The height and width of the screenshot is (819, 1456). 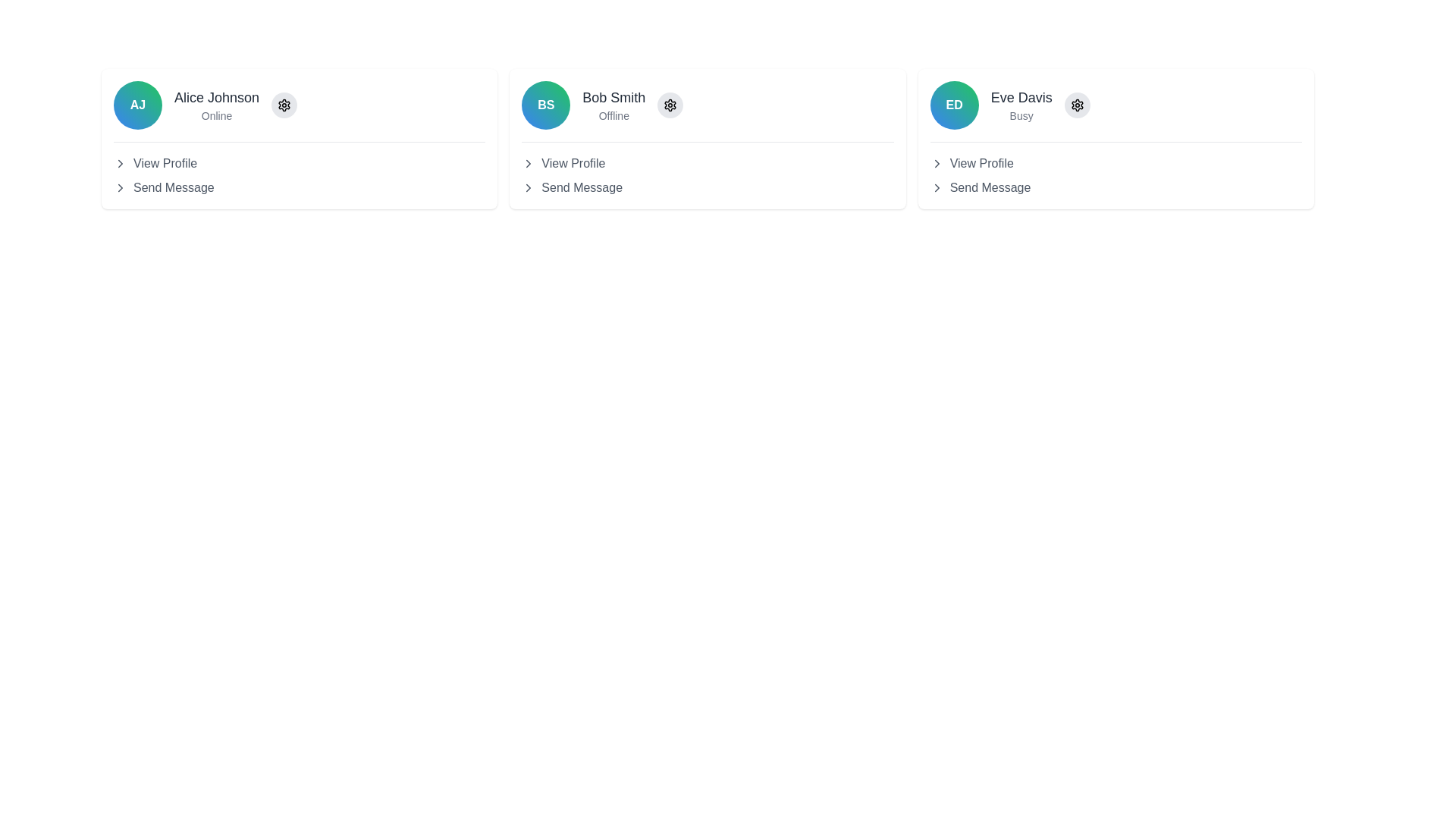 I want to click on the text display component showing 'Eve Davis' and 'Busy', so click(x=1021, y=104).